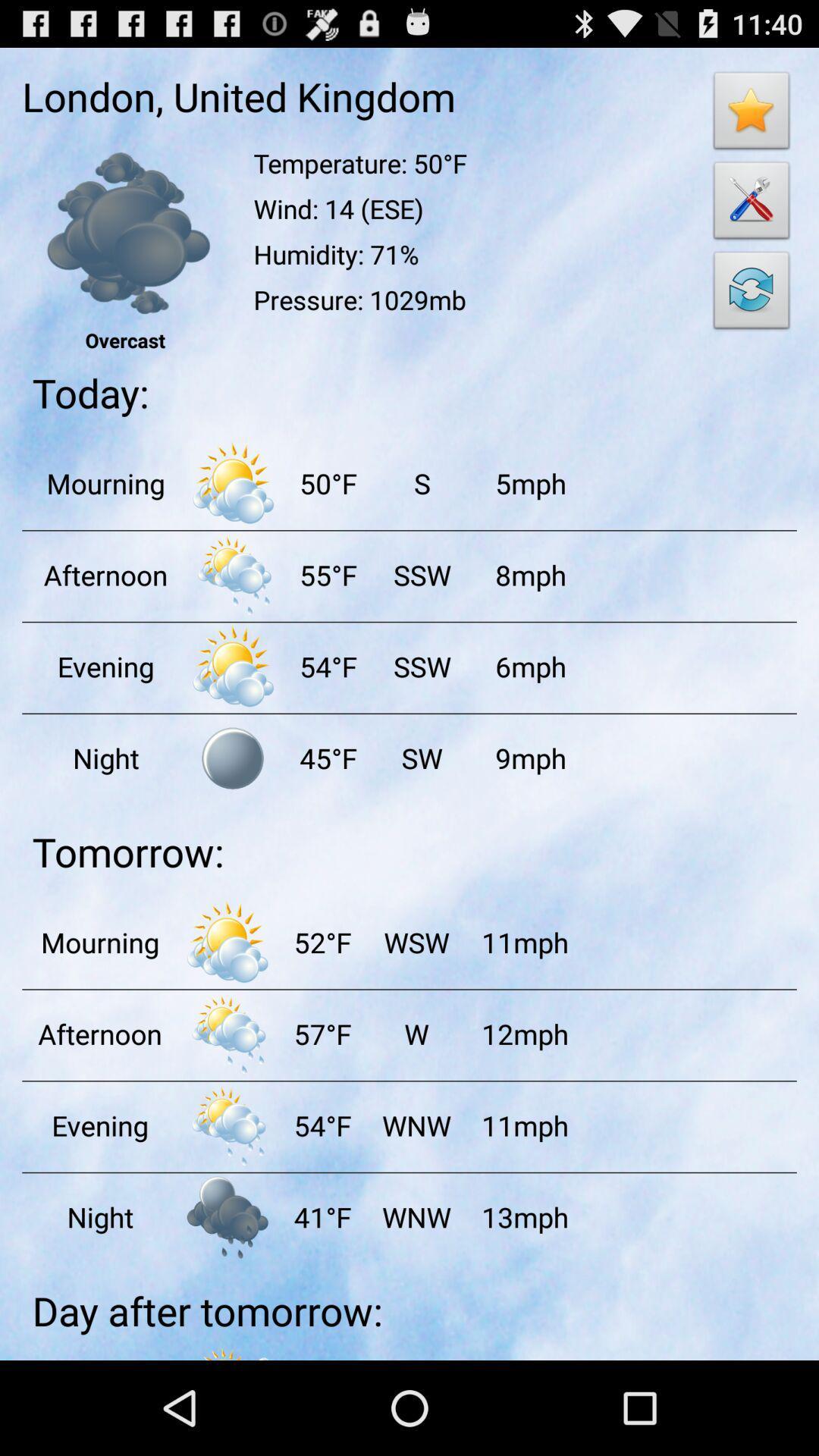  Describe the element at coordinates (233, 574) in the screenshot. I see `forecast clipart` at that location.